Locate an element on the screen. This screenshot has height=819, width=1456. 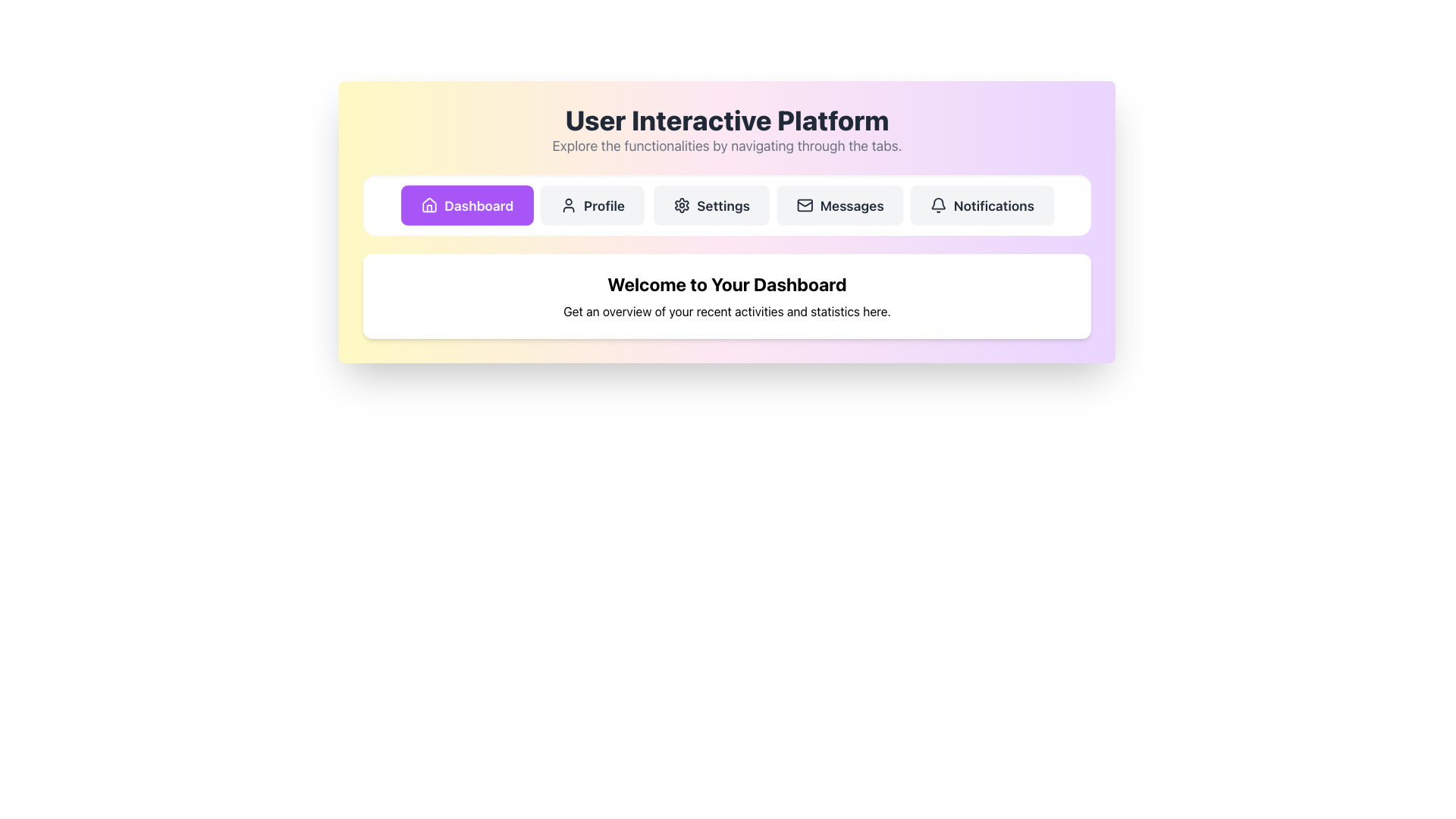
the 'Settings' text label located in the navigation bar, which is the third option from the left between the 'Profile' and 'Messages' buttons is located at coordinates (722, 205).